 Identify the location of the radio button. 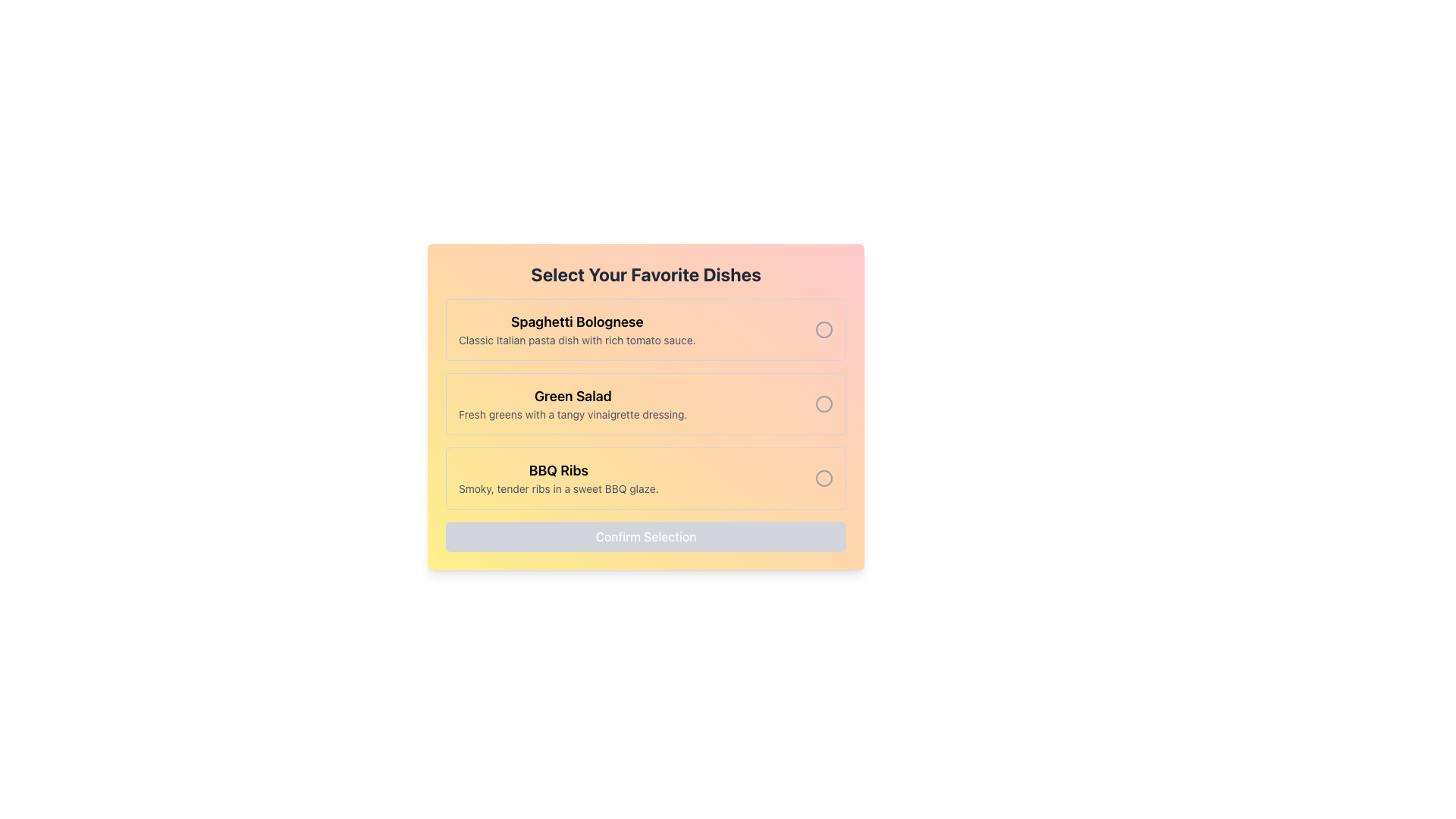
(823, 403).